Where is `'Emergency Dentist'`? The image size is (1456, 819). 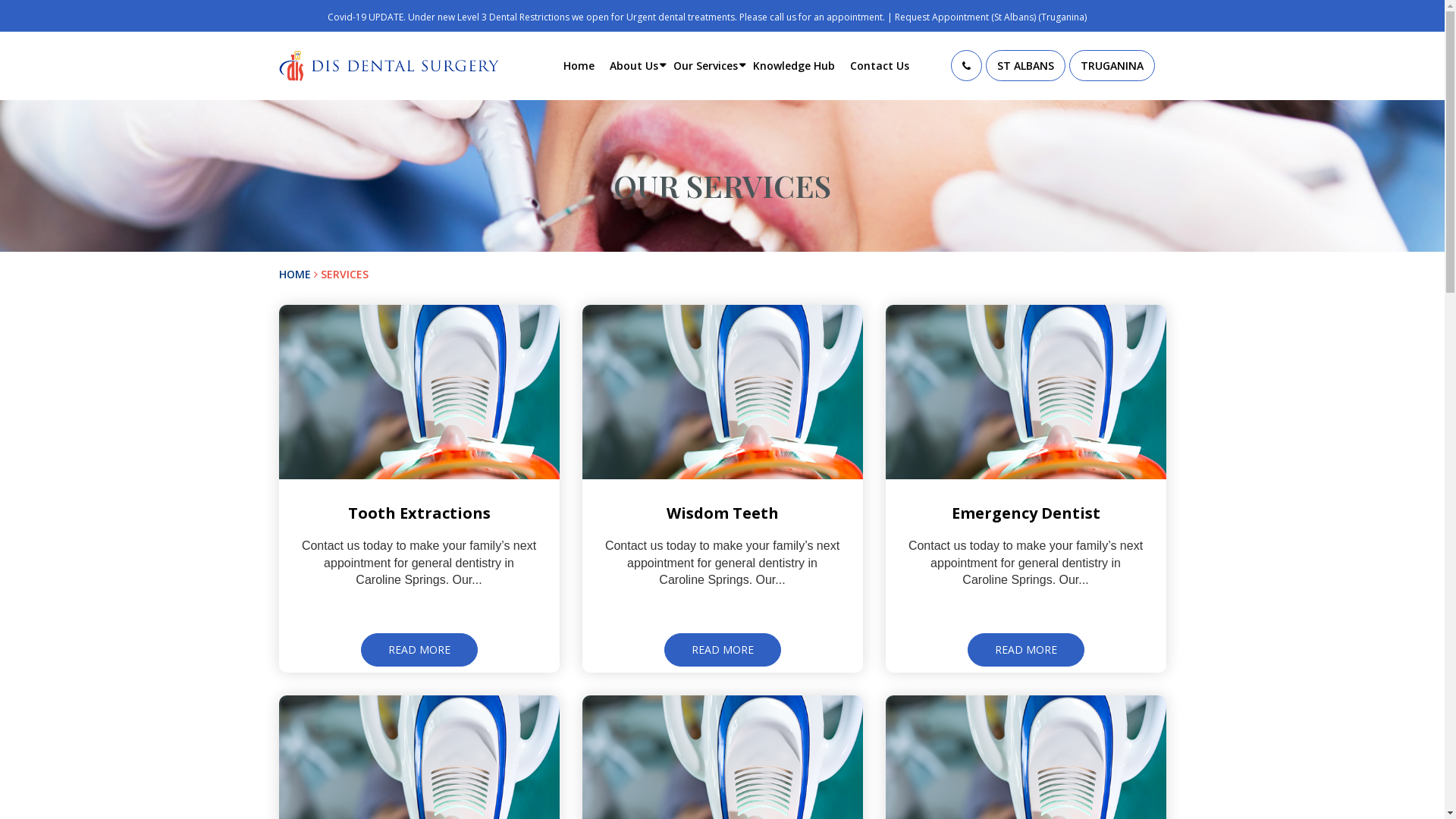
'Emergency Dentist' is located at coordinates (1025, 512).